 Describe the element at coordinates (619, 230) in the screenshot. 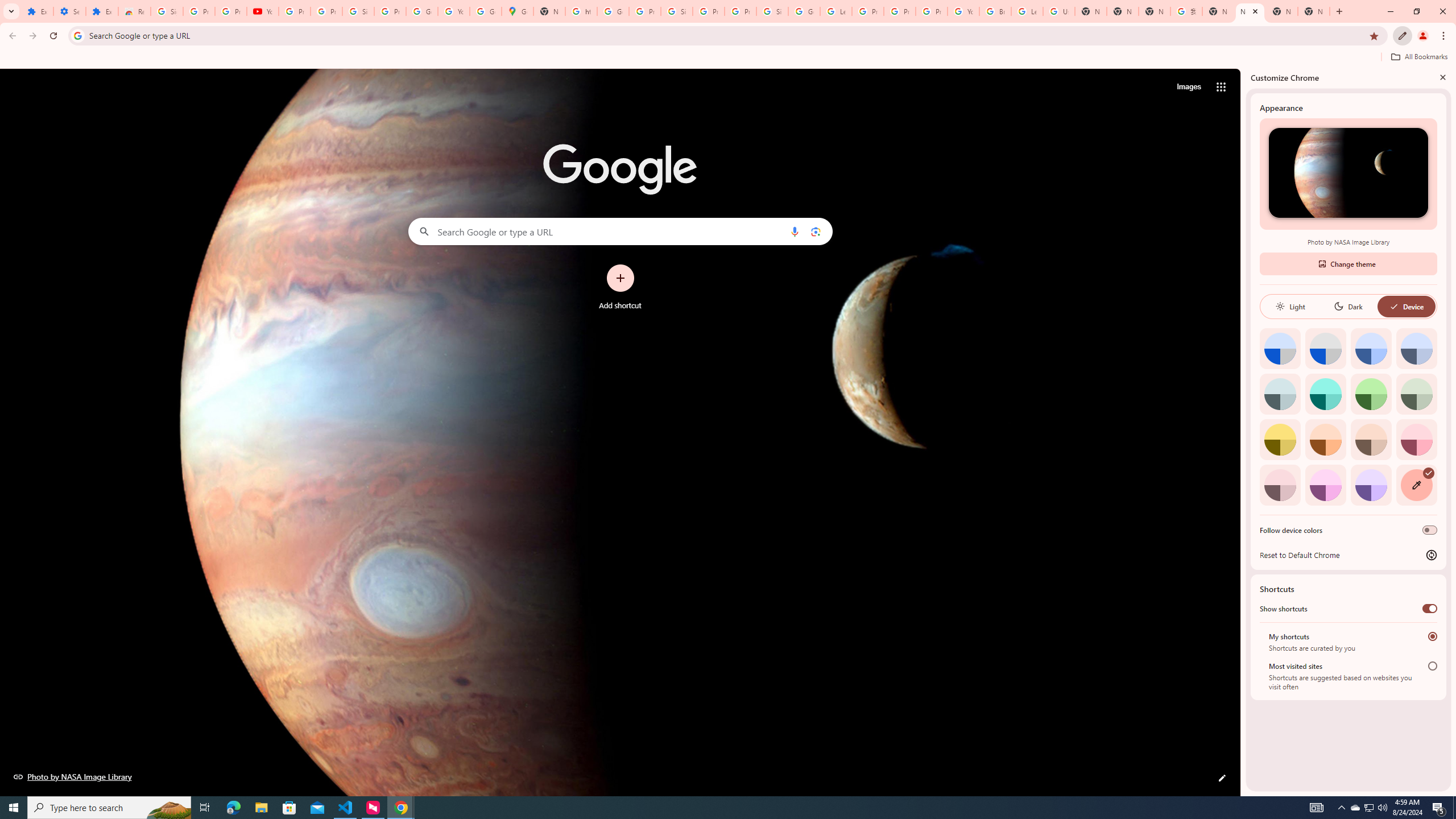

I see `'Search Google or type a URL'` at that location.